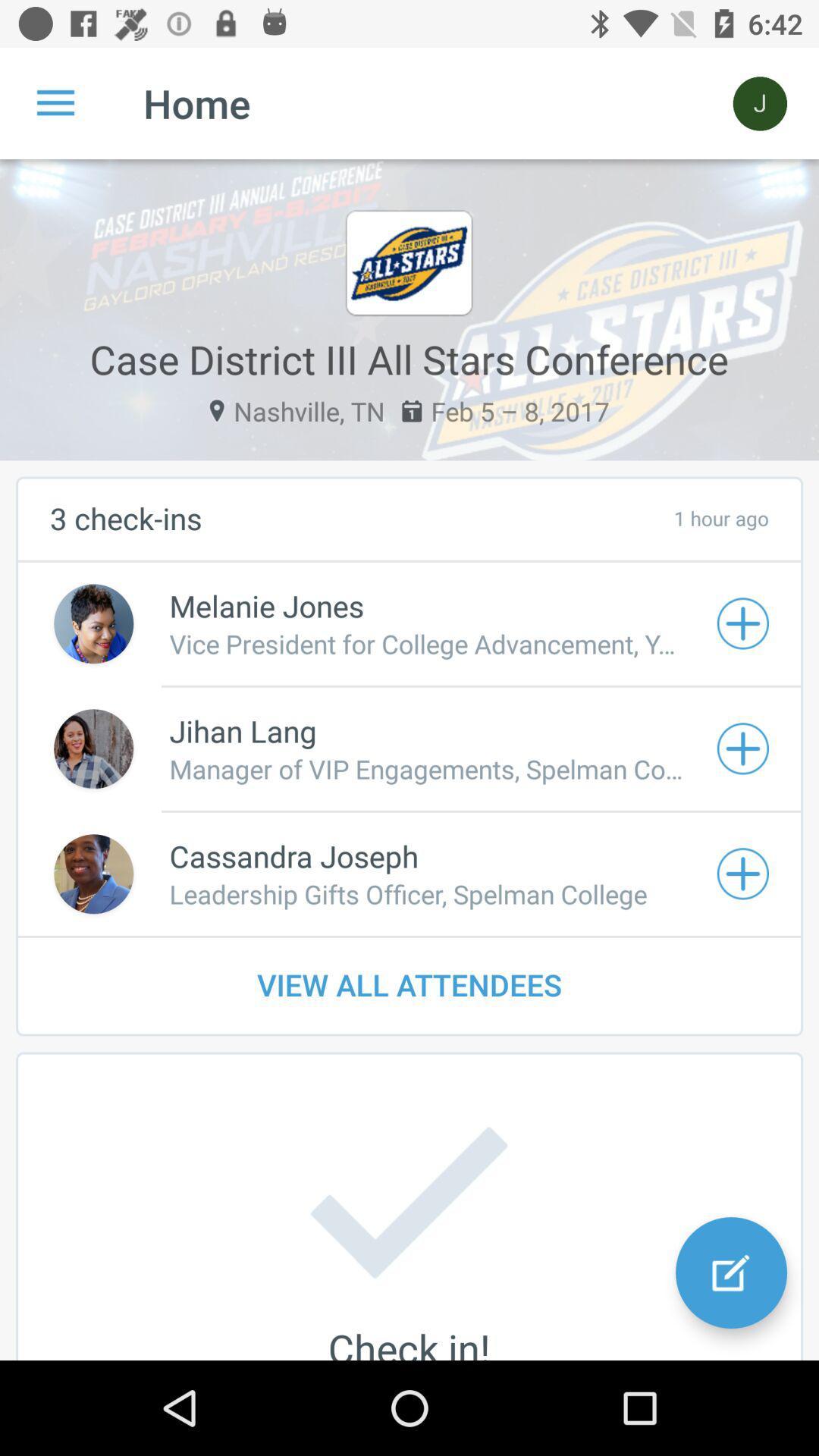  I want to click on the view all attendees item, so click(409, 984).